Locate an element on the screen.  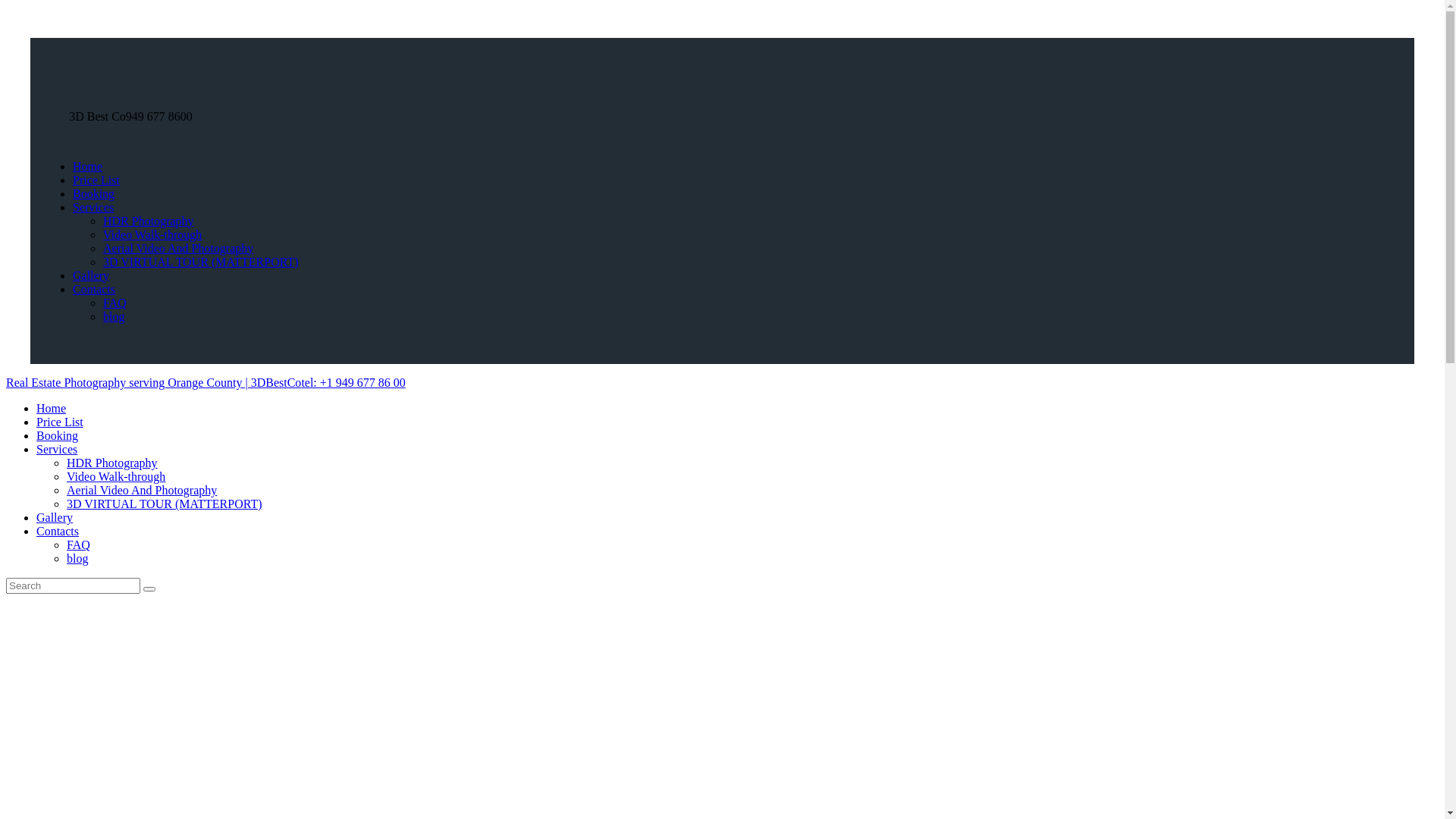
'Contacts' is located at coordinates (93, 289).